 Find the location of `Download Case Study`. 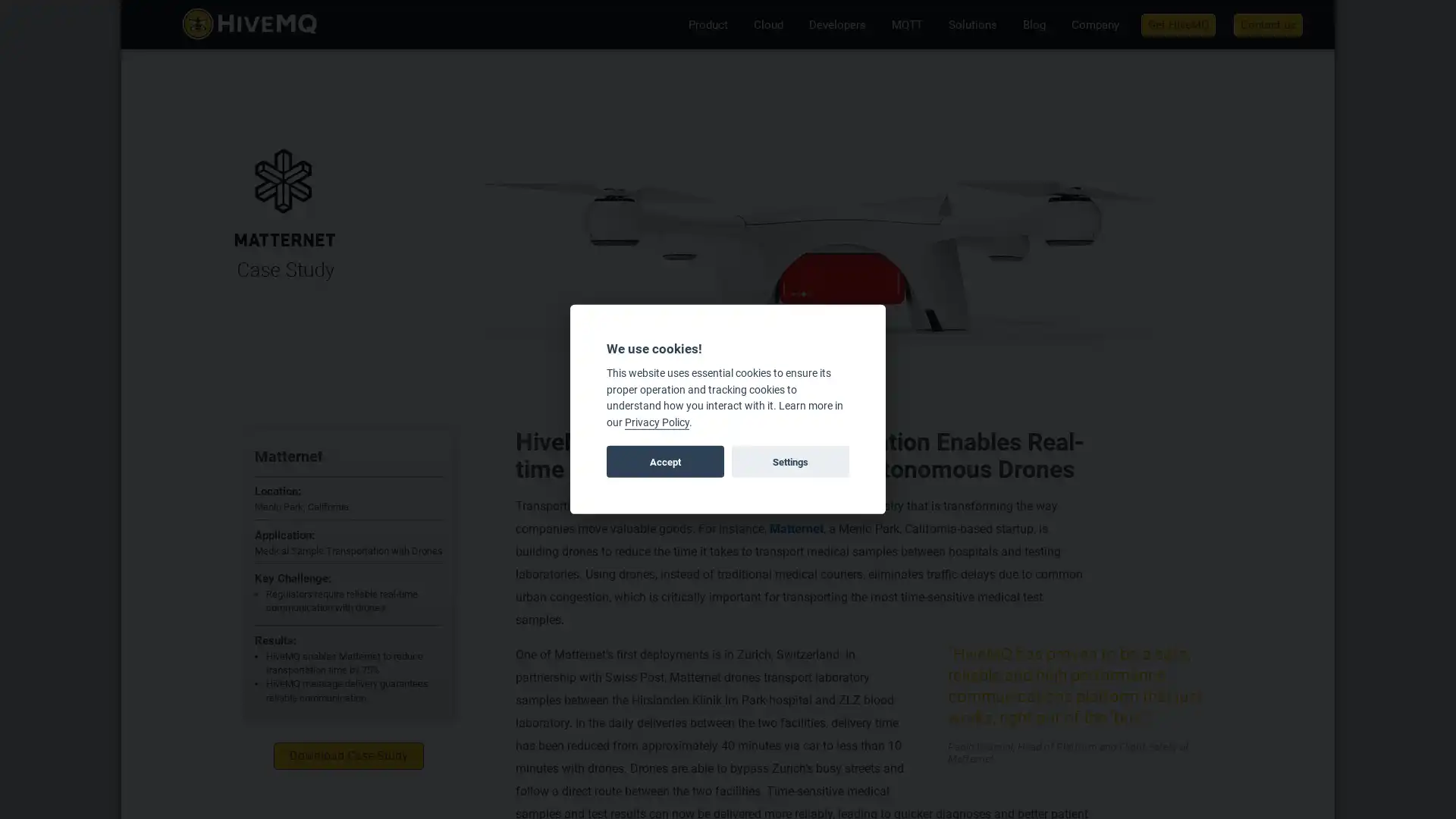

Download Case Study is located at coordinates (348, 755).